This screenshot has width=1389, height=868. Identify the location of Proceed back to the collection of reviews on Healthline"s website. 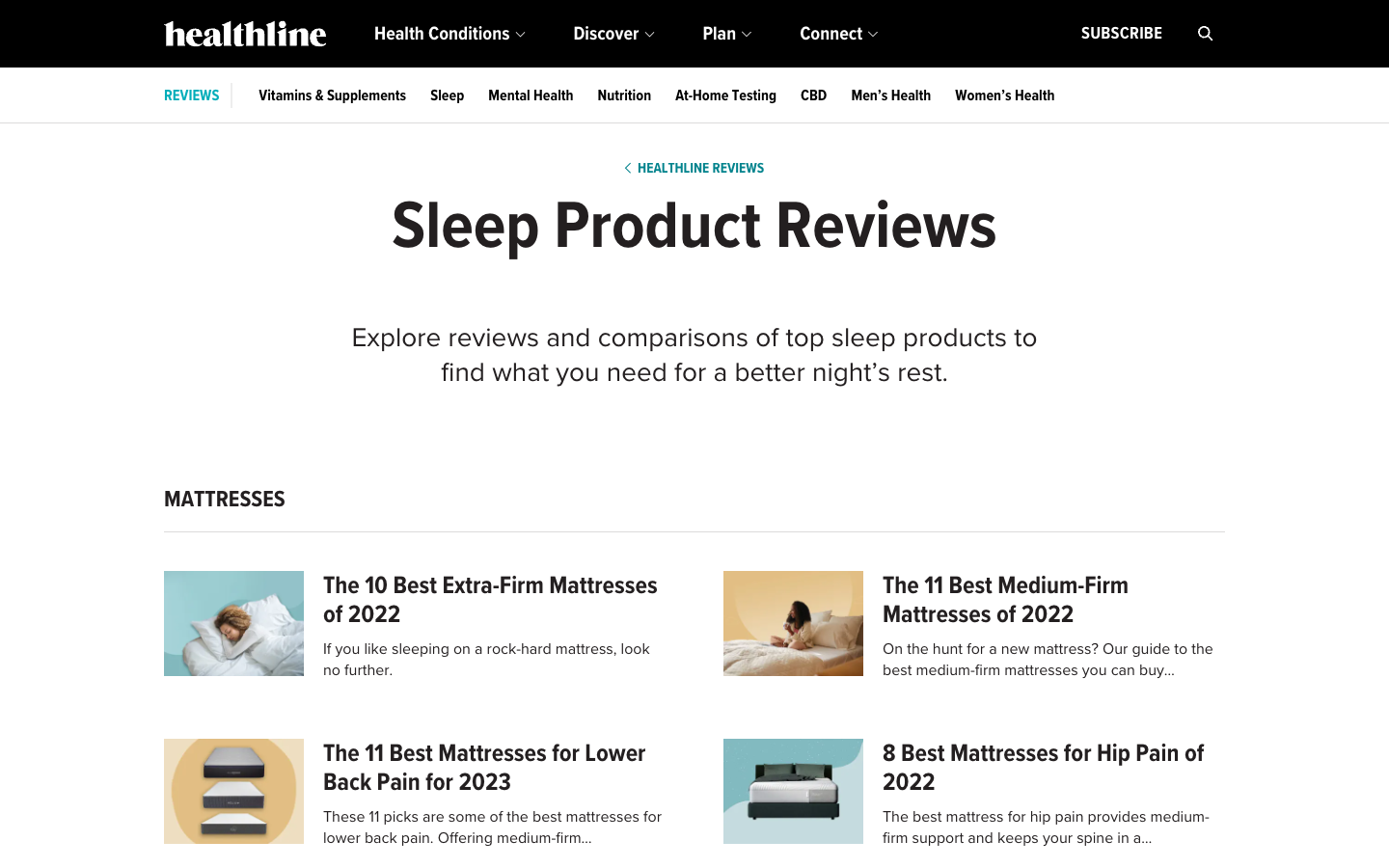
(694, 168).